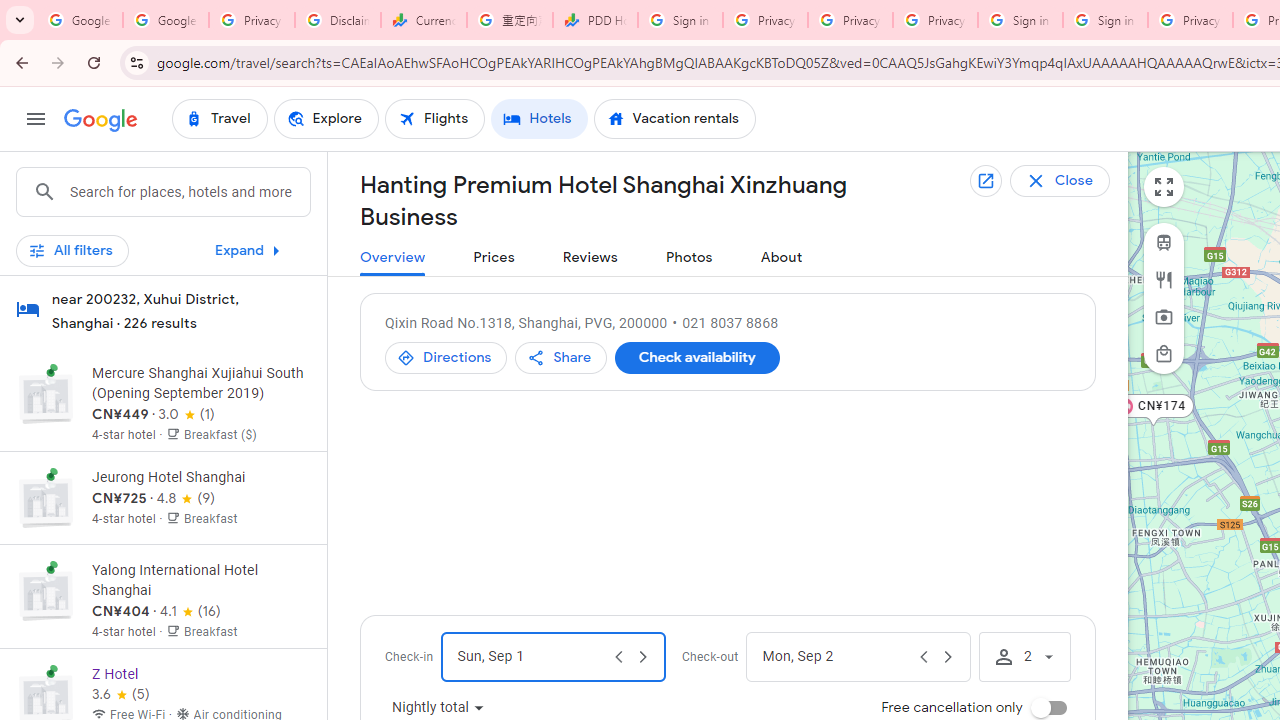 This screenshot has height=720, width=1280. I want to click on 'Expand', so click(250, 249).